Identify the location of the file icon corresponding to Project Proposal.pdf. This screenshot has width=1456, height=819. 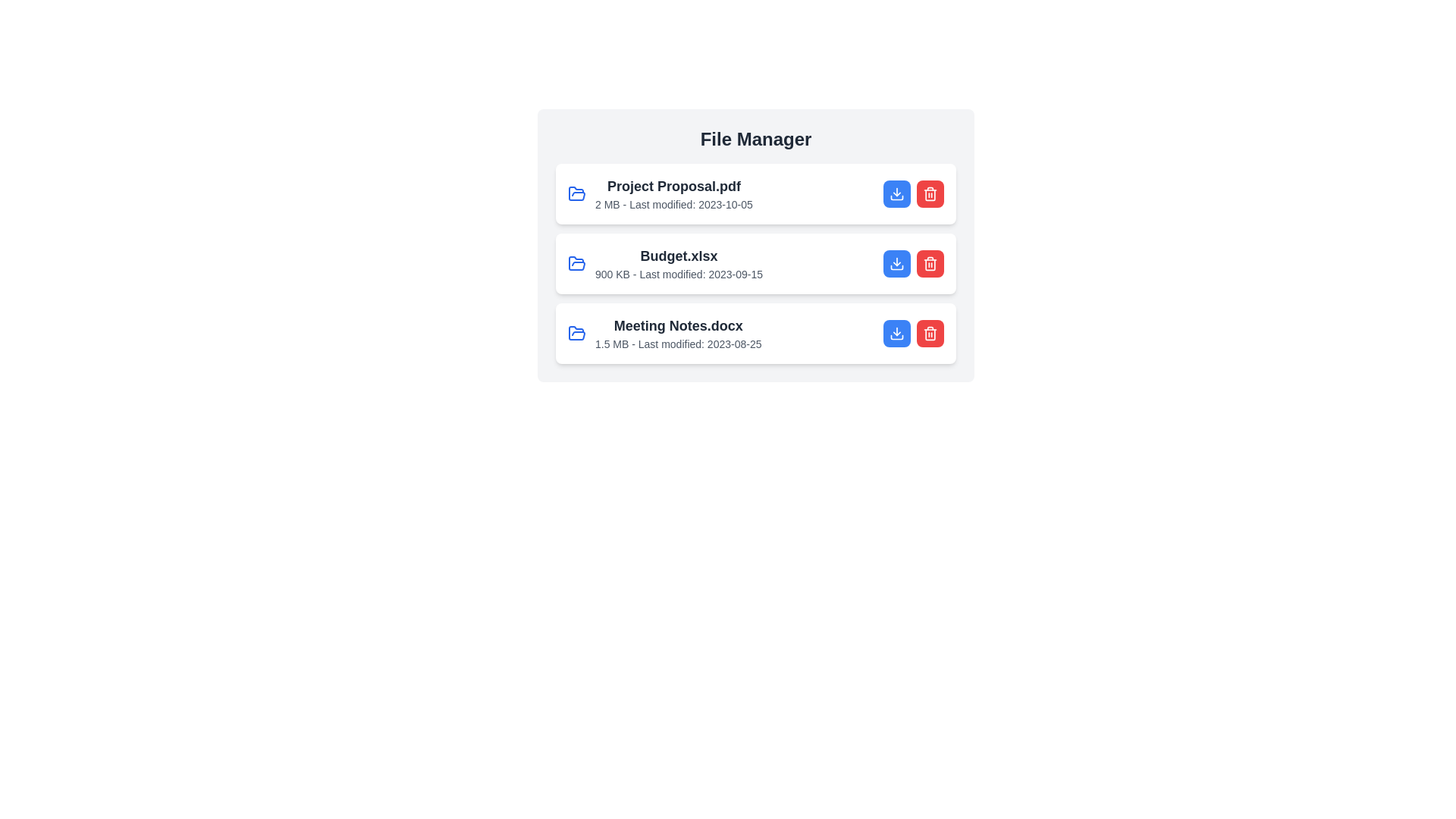
(576, 193).